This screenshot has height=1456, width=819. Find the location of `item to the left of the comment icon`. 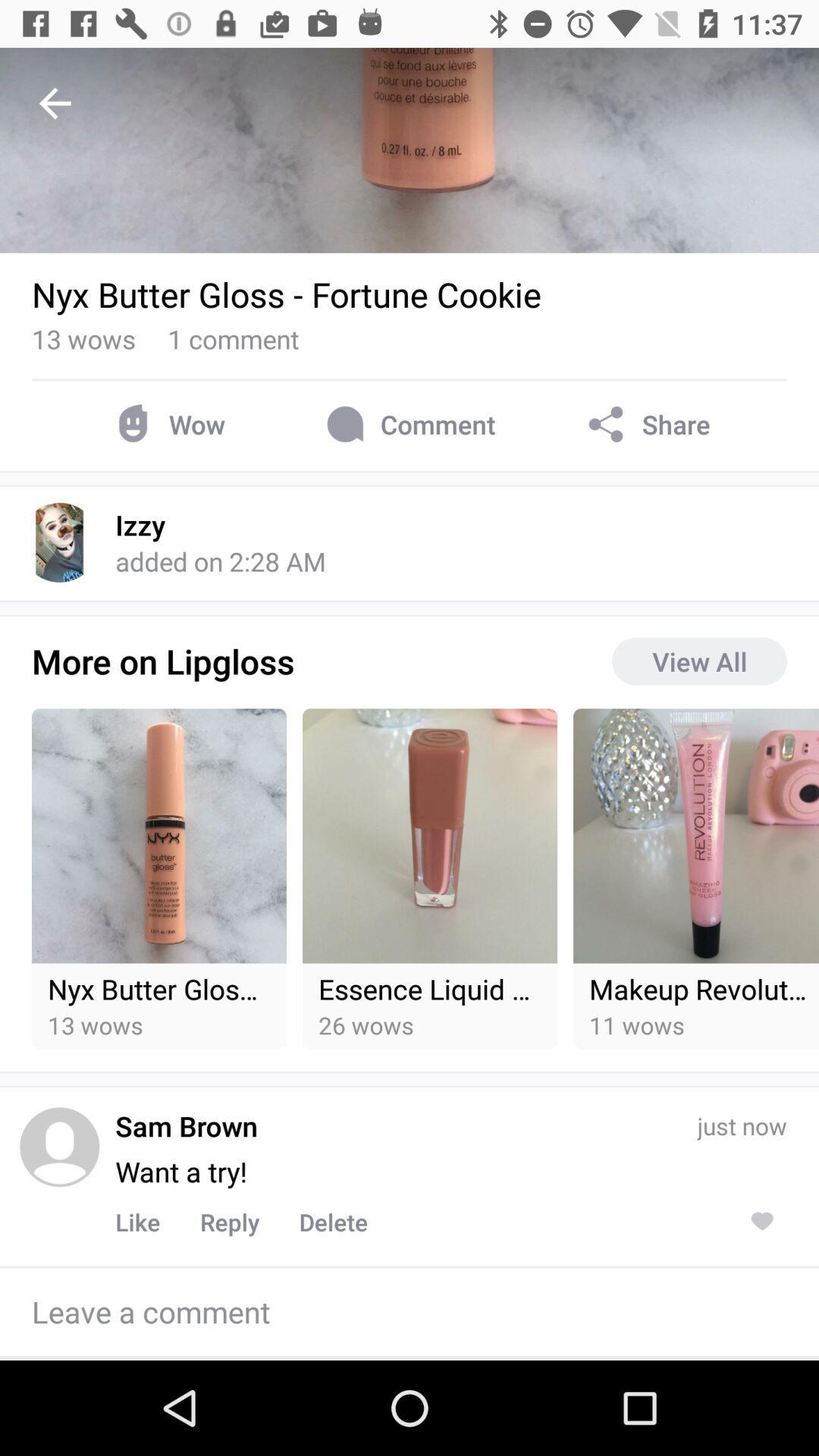

item to the left of the comment icon is located at coordinates (167, 424).